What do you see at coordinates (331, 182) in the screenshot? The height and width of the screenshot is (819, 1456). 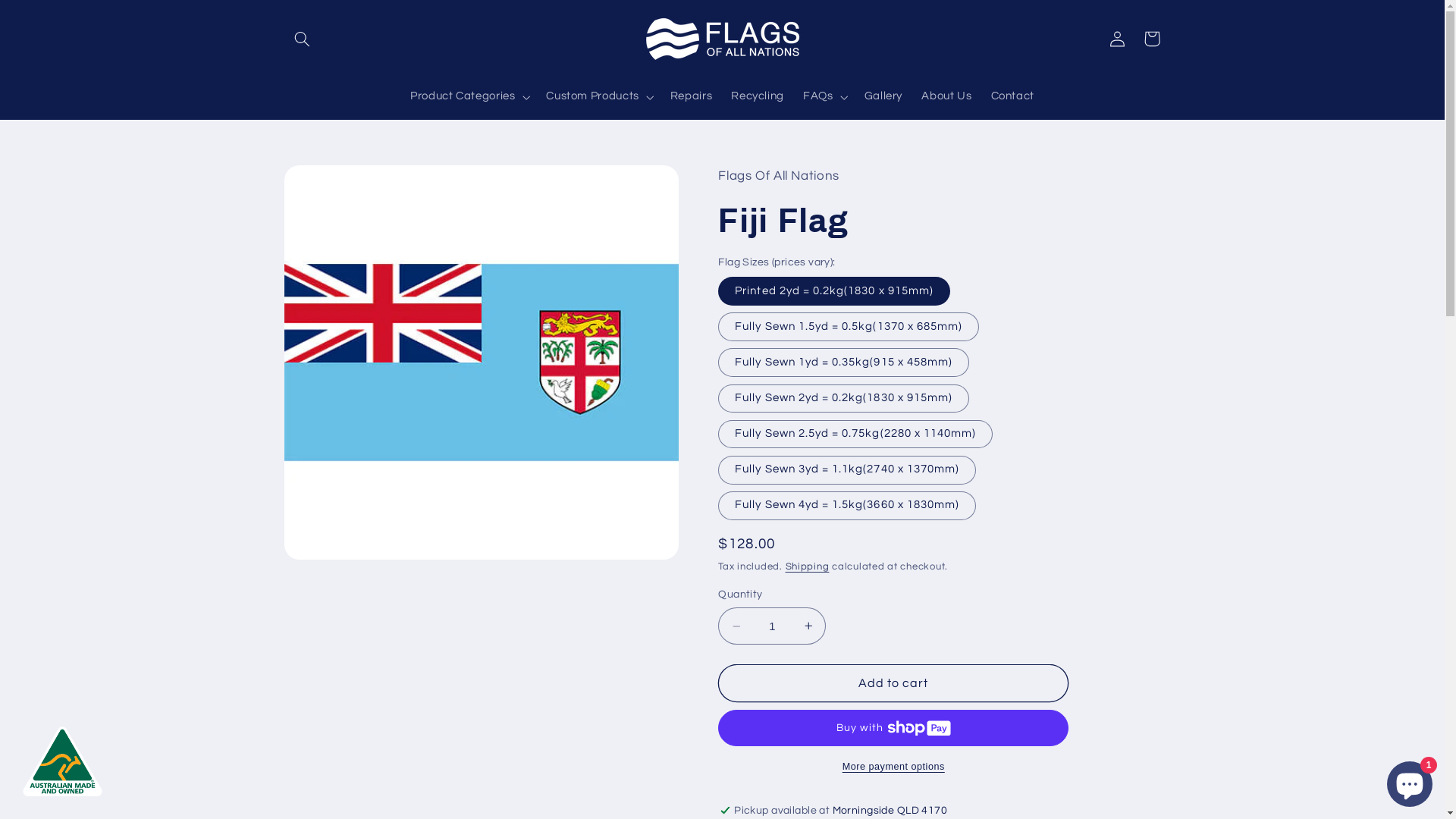 I see `'Skip to product information'` at bounding box center [331, 182].